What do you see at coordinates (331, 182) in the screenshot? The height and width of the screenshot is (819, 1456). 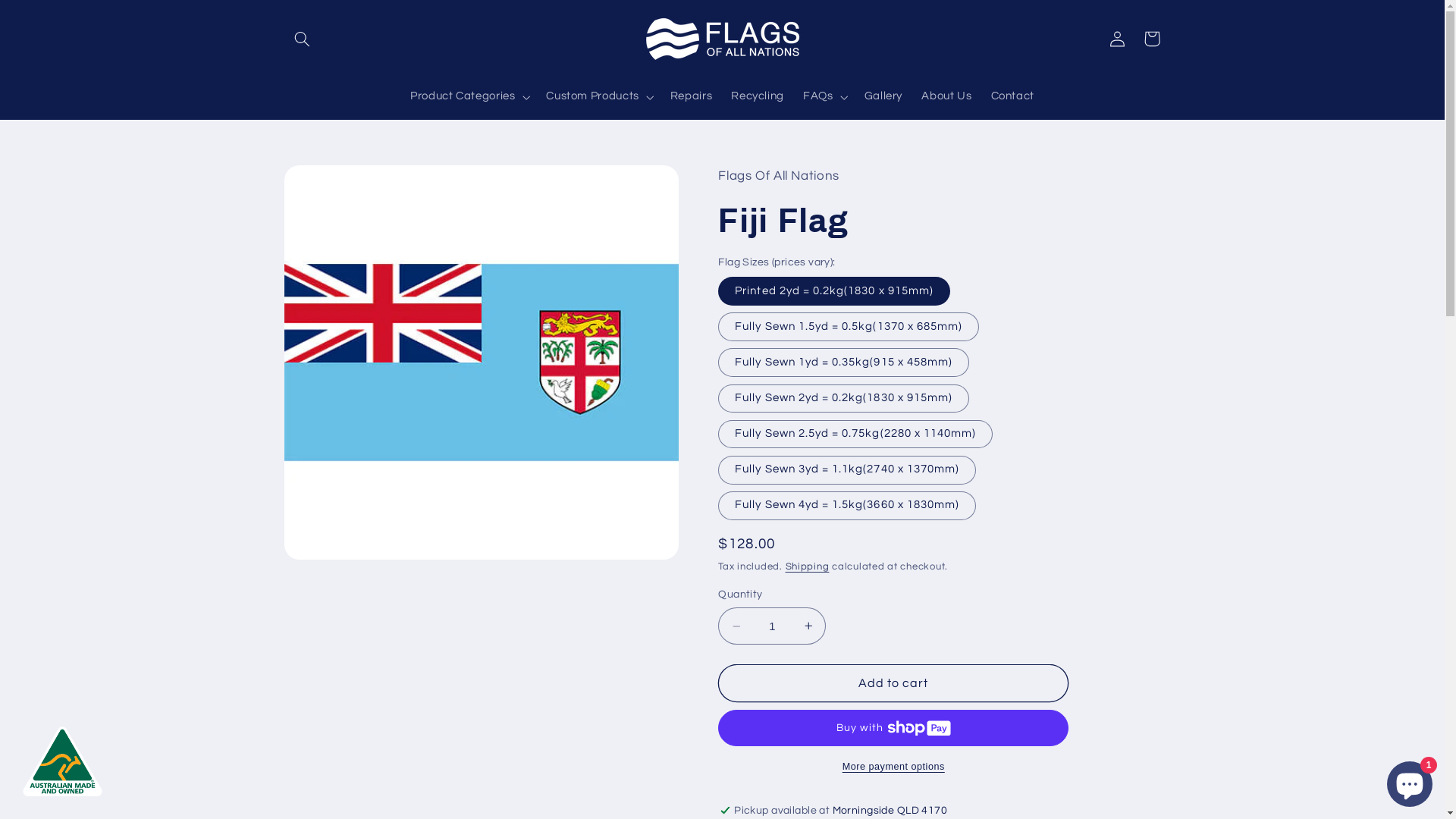 I see `'Skip to product information'` at bounding box center [331, 182].